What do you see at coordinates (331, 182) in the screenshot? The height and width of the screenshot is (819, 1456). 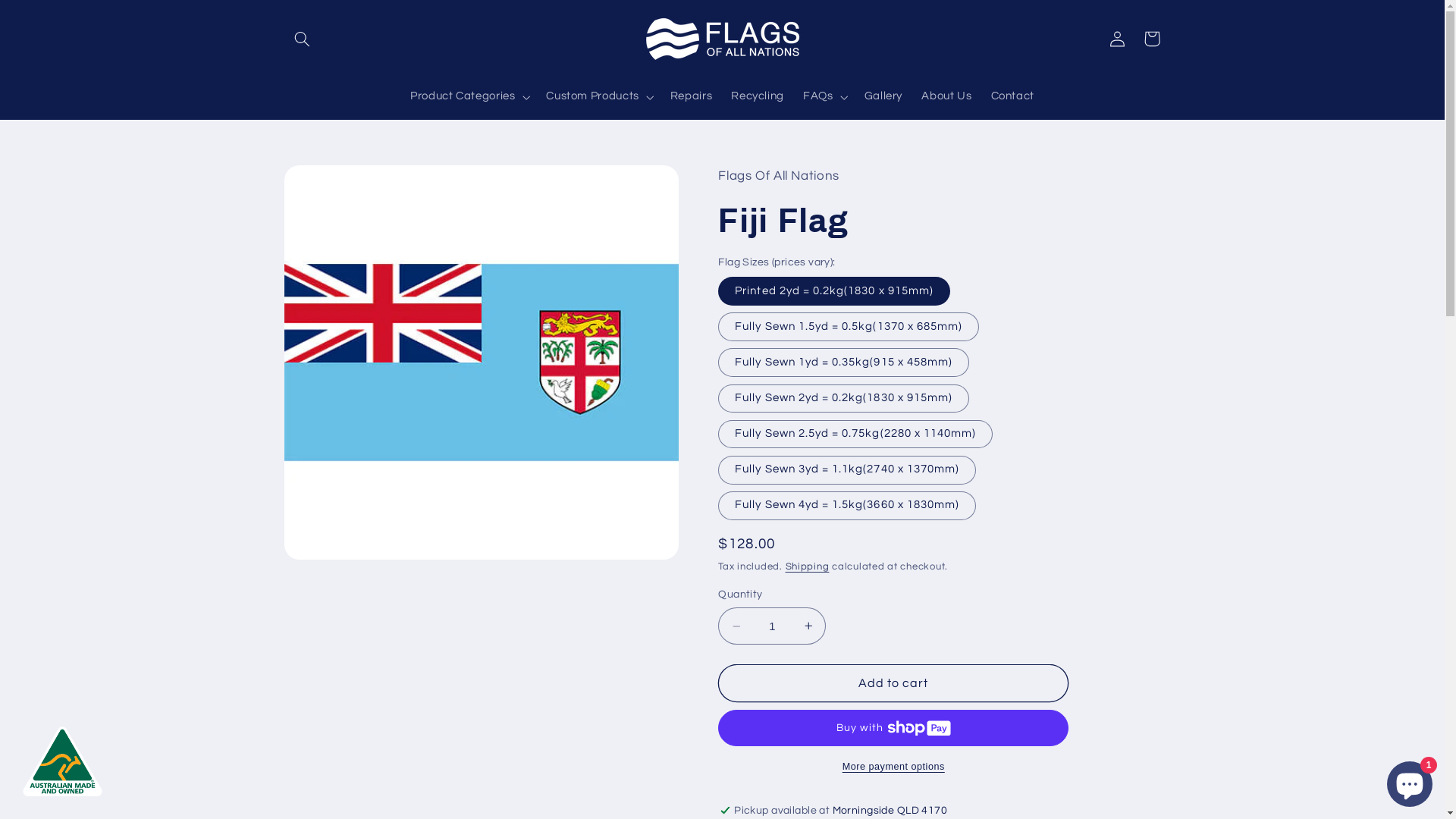 I see `'Skip to product information'` at bounding box center [331, 182].